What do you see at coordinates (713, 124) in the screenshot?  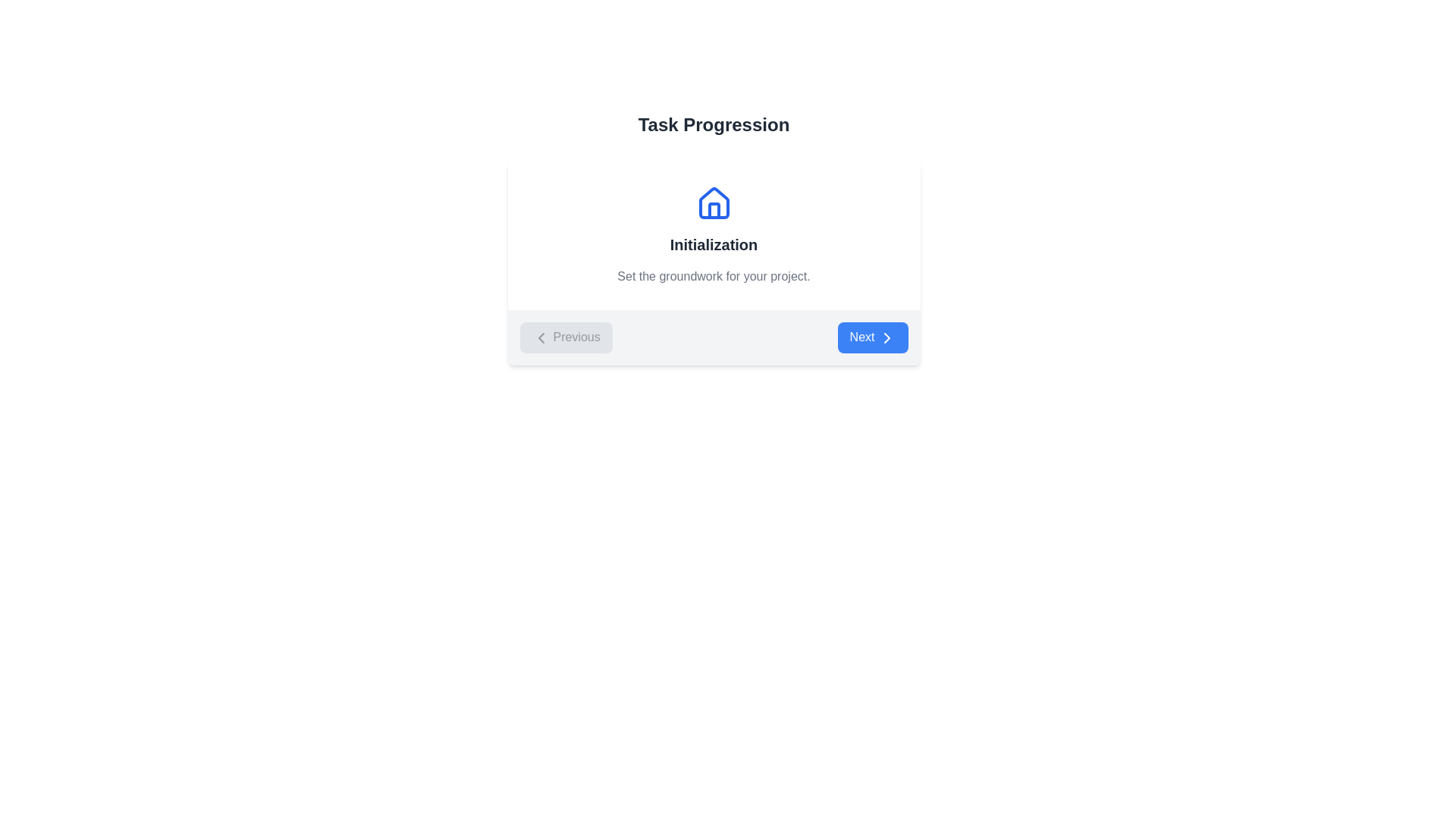 I see `the text element displaying 'Task Progression' which serves as a header for the section` at bounding box center [713, 124].